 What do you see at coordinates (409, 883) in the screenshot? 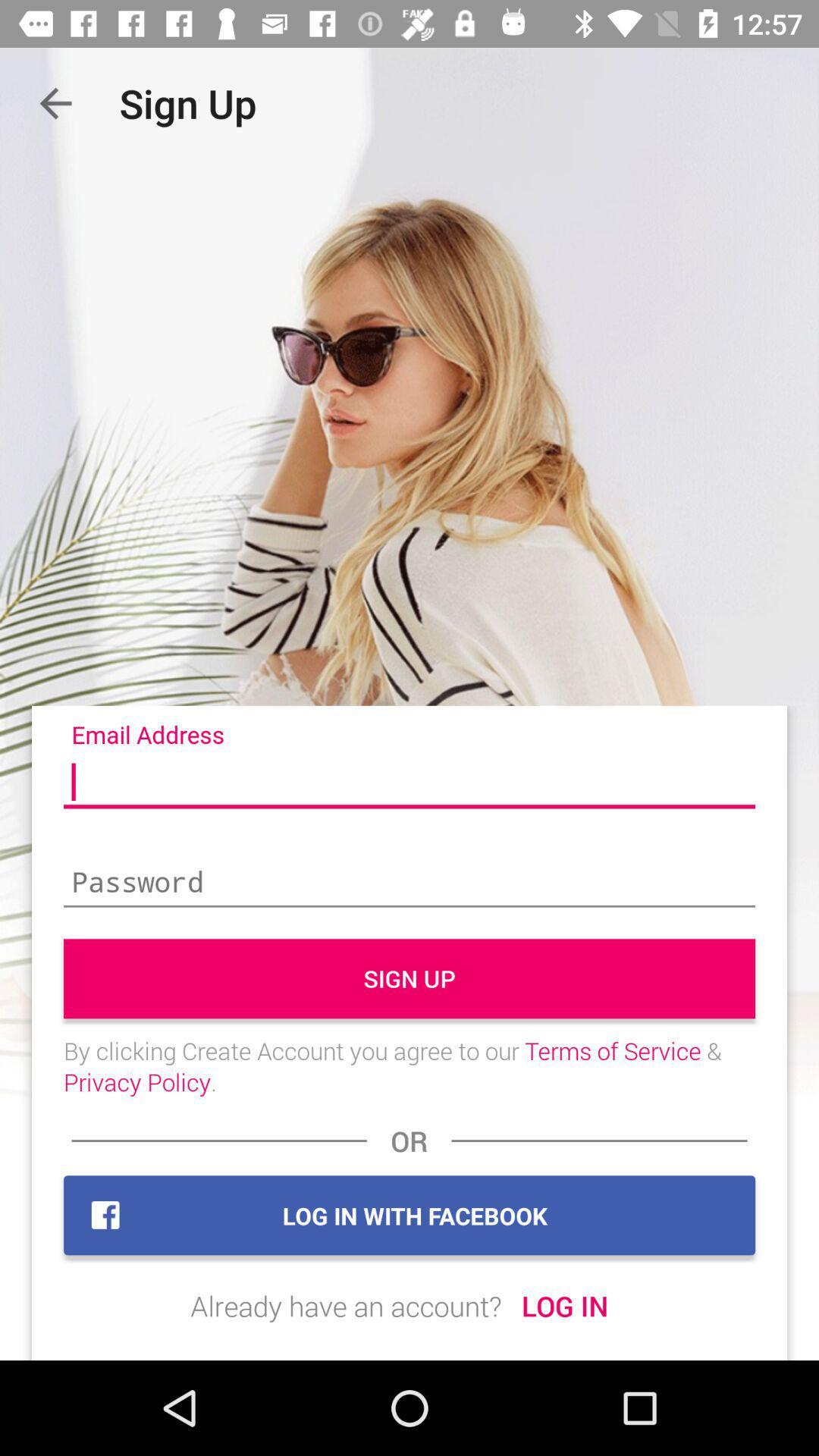
I see `password field` at bounding box center [409, 883].